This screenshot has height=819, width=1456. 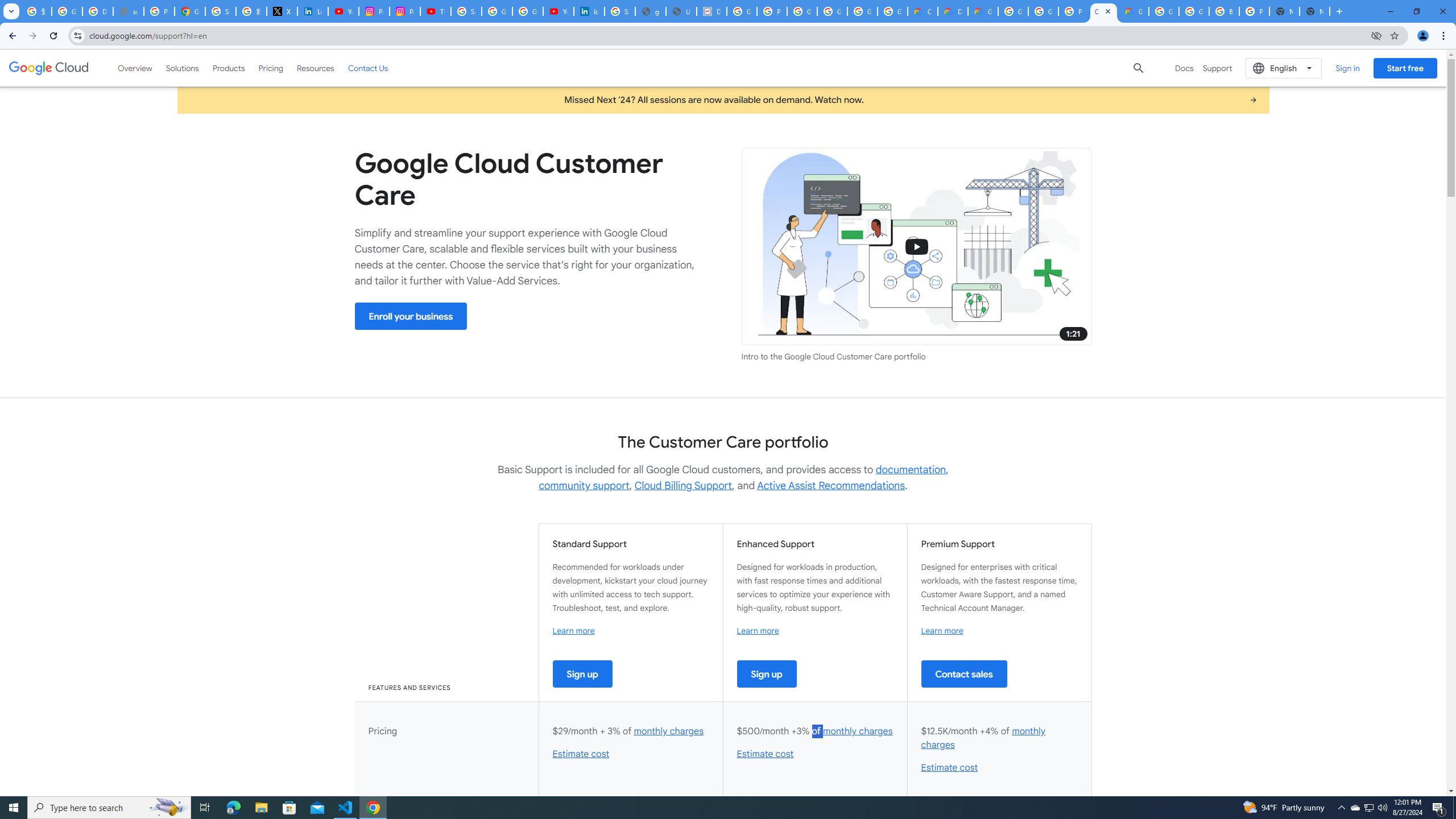 I want to click on 'Google Cloud Platform', so click(x=1043, y=11).